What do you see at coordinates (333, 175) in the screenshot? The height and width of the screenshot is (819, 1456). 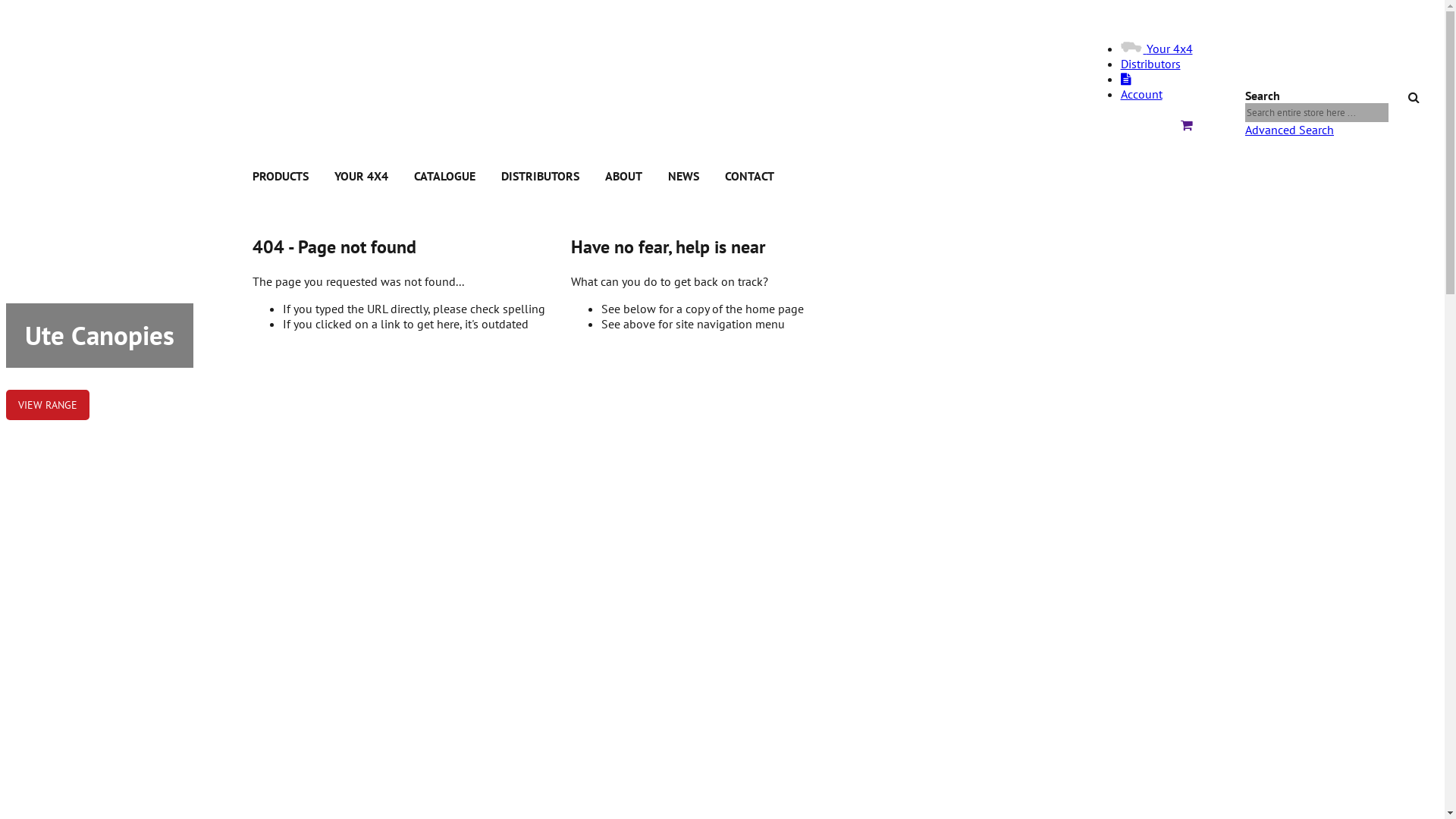 I see `'YOUR 4X4'` at bounding box center [333, 175].